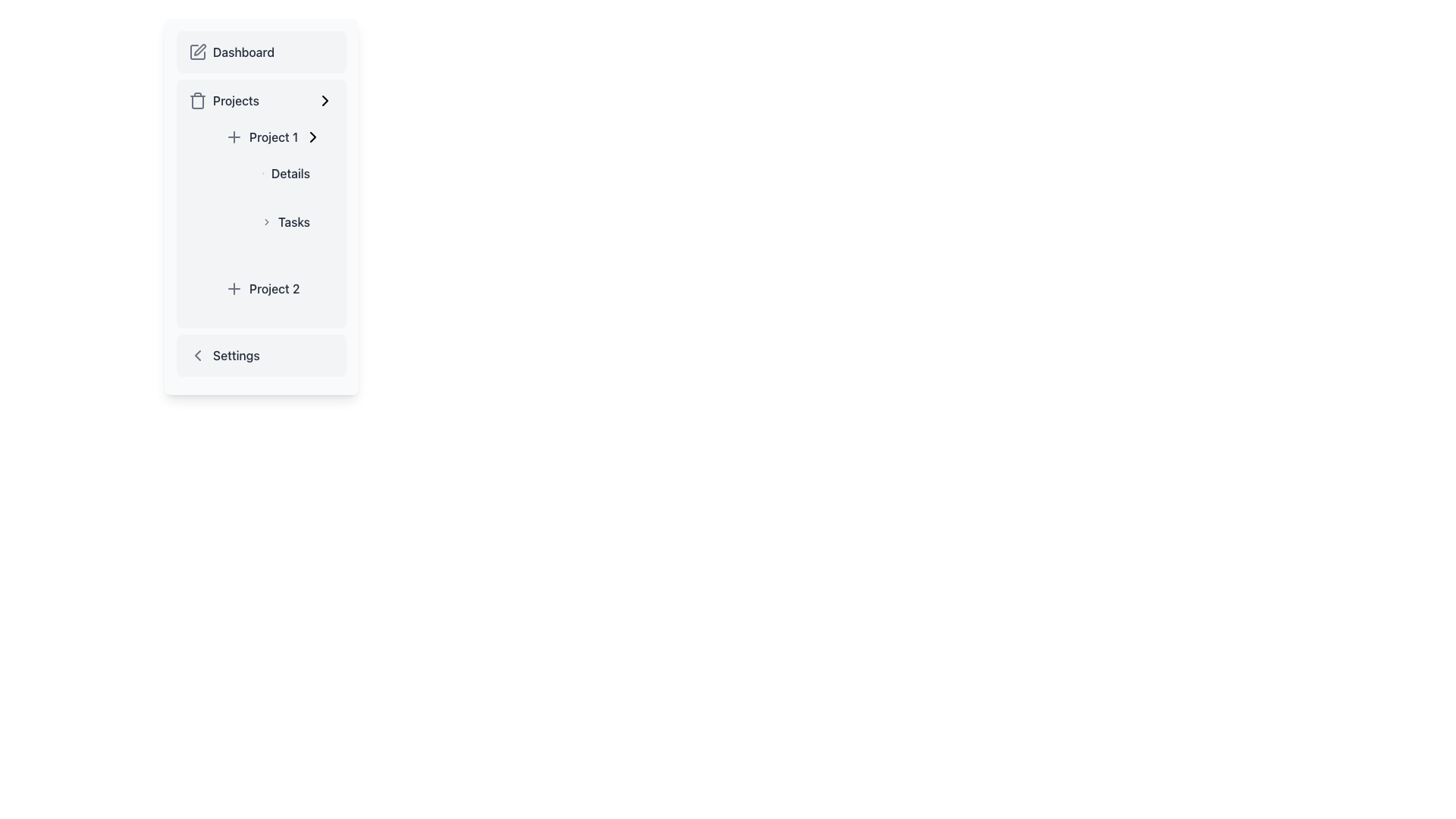 The height and width of the screenshot is (819, 1456). I want to click on the pen-like edit icon located inside the 'Dashboard' button, so click(199, 49).